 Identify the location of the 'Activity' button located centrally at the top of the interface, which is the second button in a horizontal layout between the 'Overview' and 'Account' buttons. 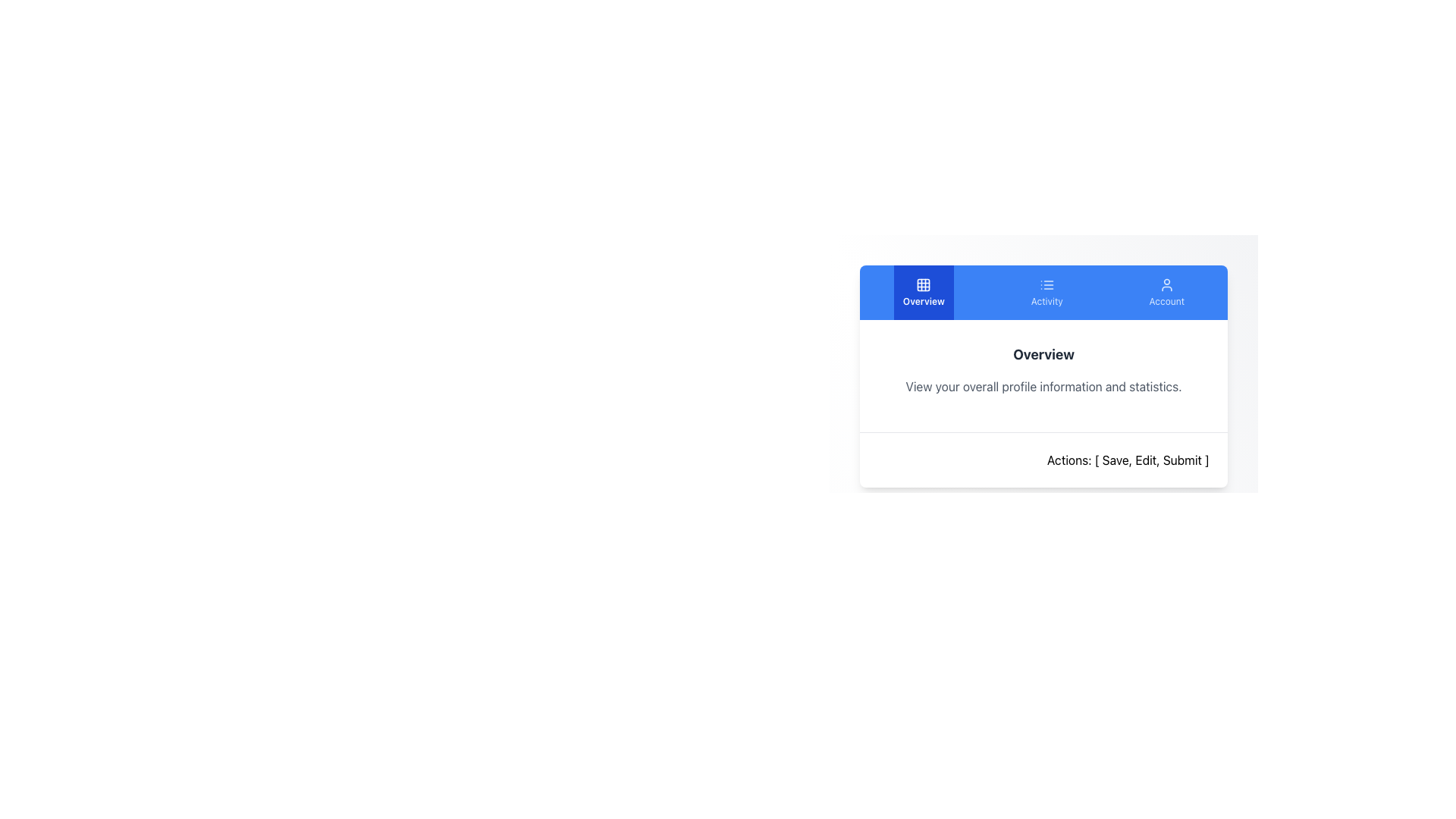
(1046, 292).